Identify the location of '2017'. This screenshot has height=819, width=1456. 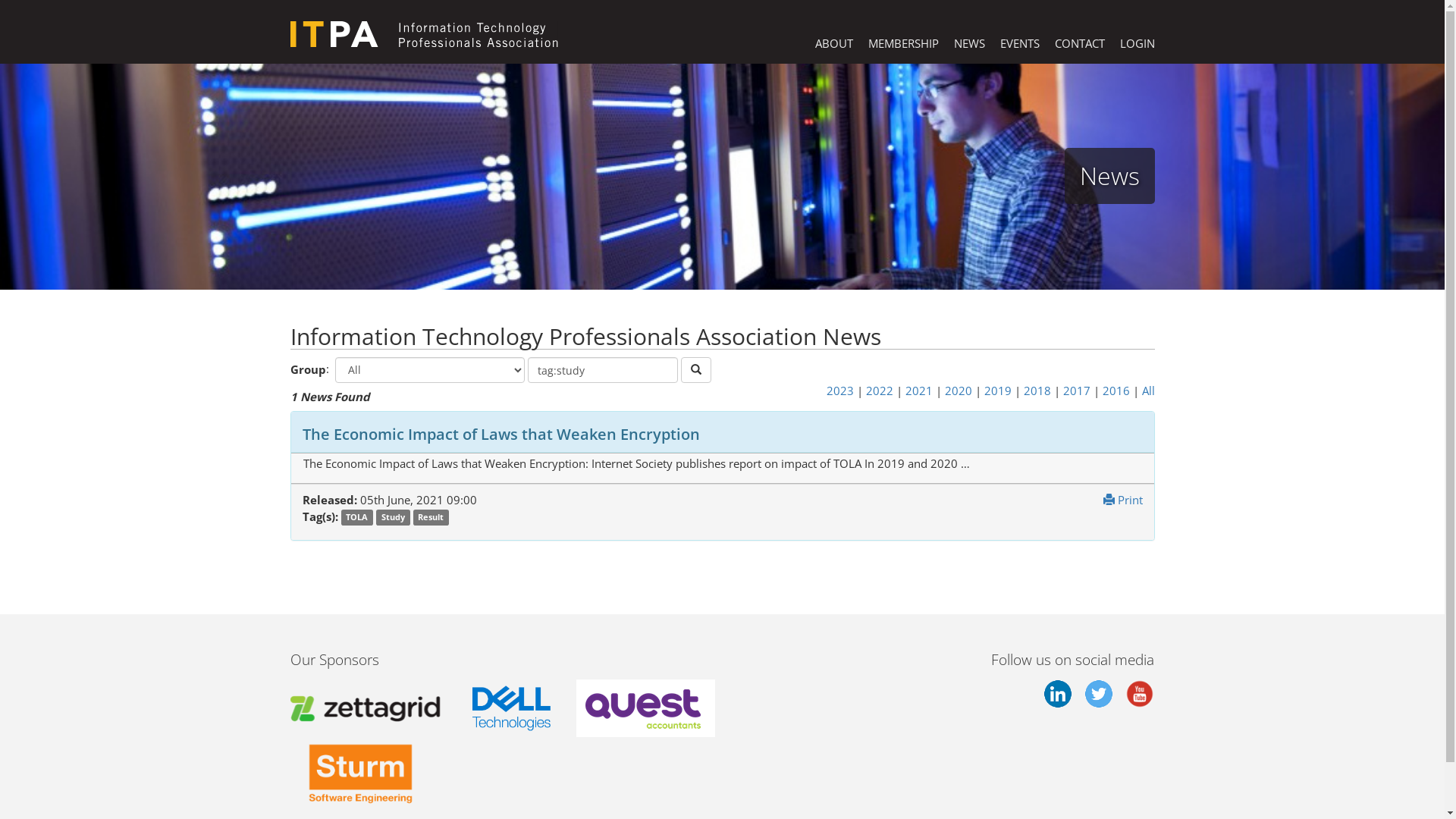
(1076, 390).